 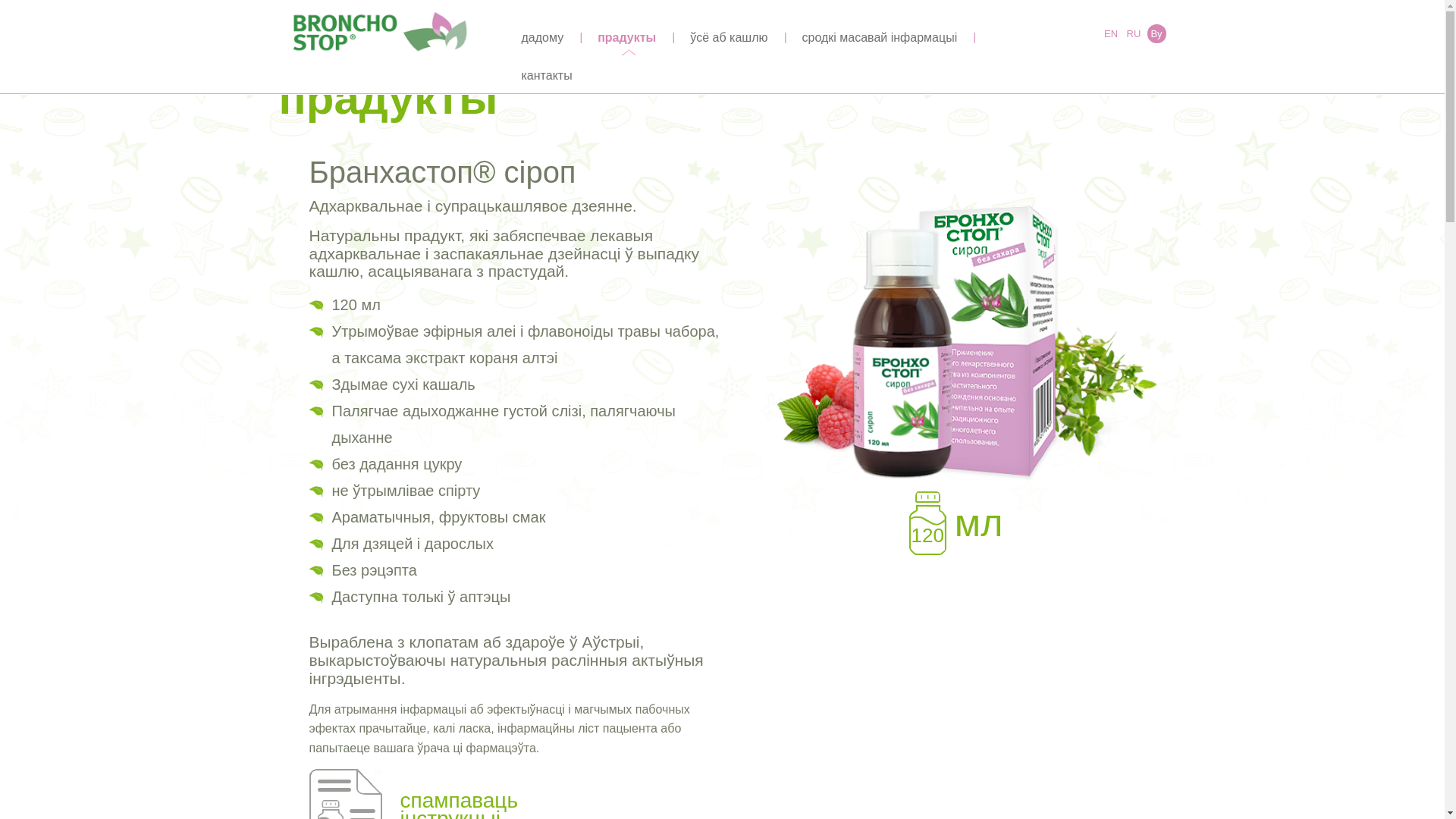 What do you see at coordinates (1147, 33) in the screenshot?
I see `'By'` at bounding box center [1147, 33].